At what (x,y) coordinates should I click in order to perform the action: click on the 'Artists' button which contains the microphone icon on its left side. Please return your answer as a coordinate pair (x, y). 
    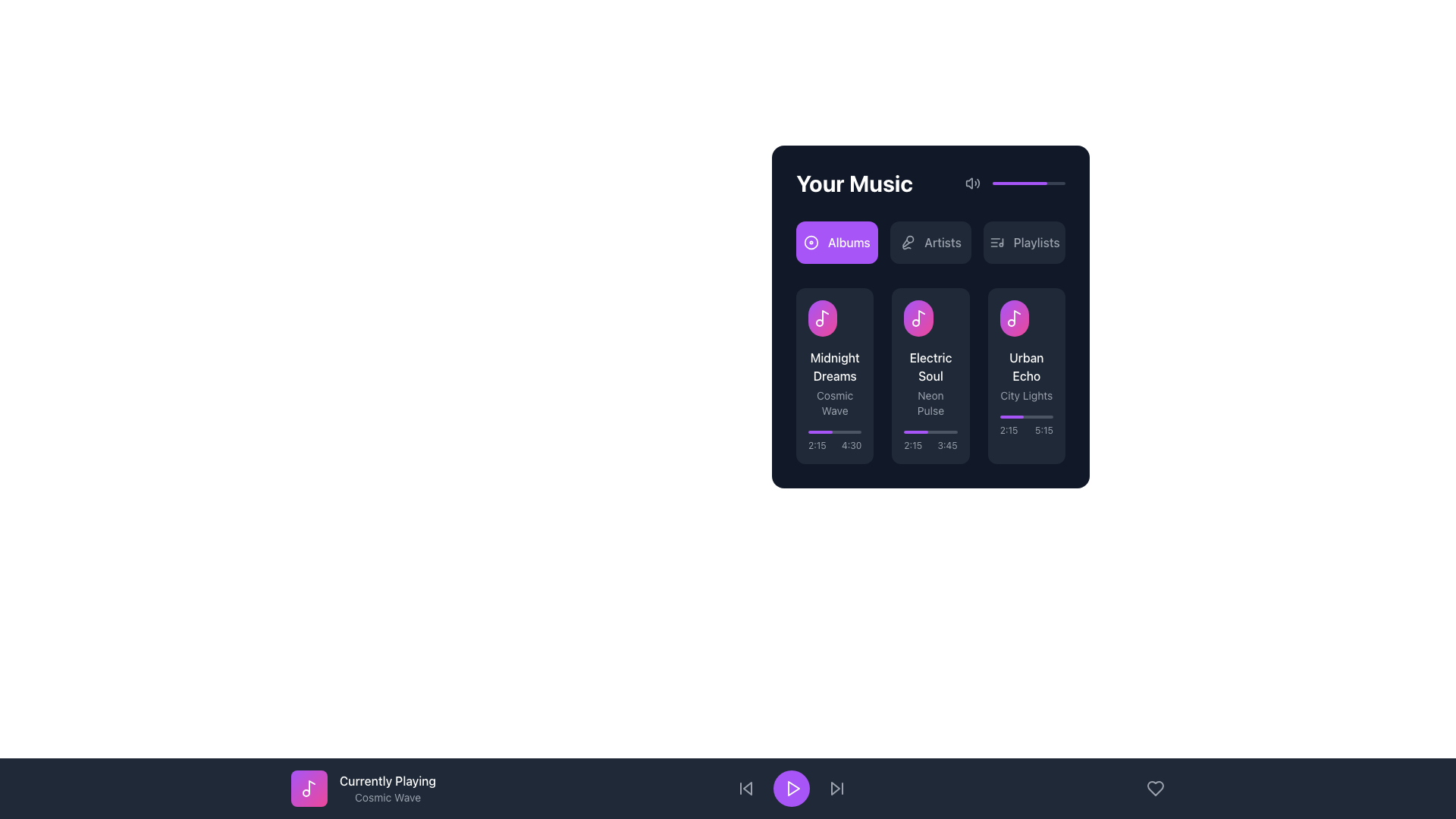
    Looking at the image, I should click on (908, 242).